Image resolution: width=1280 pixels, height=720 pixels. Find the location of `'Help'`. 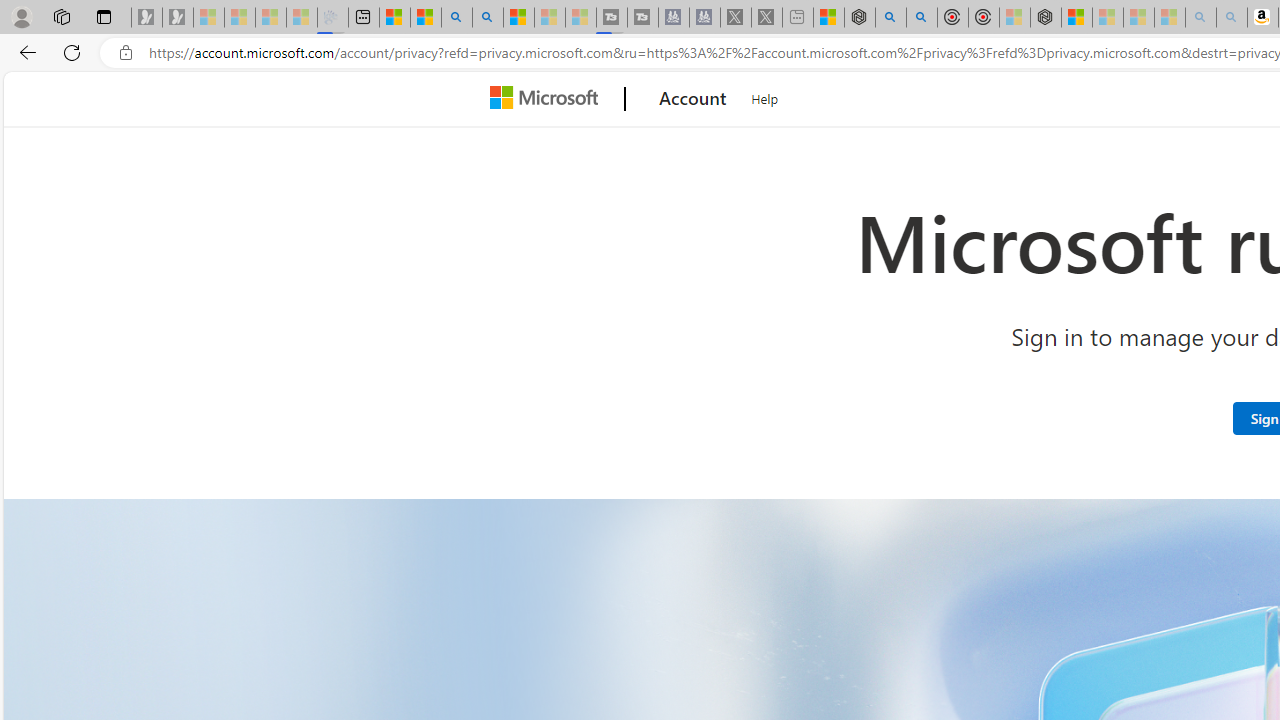

'Help' is located at coordinates (764, 96).